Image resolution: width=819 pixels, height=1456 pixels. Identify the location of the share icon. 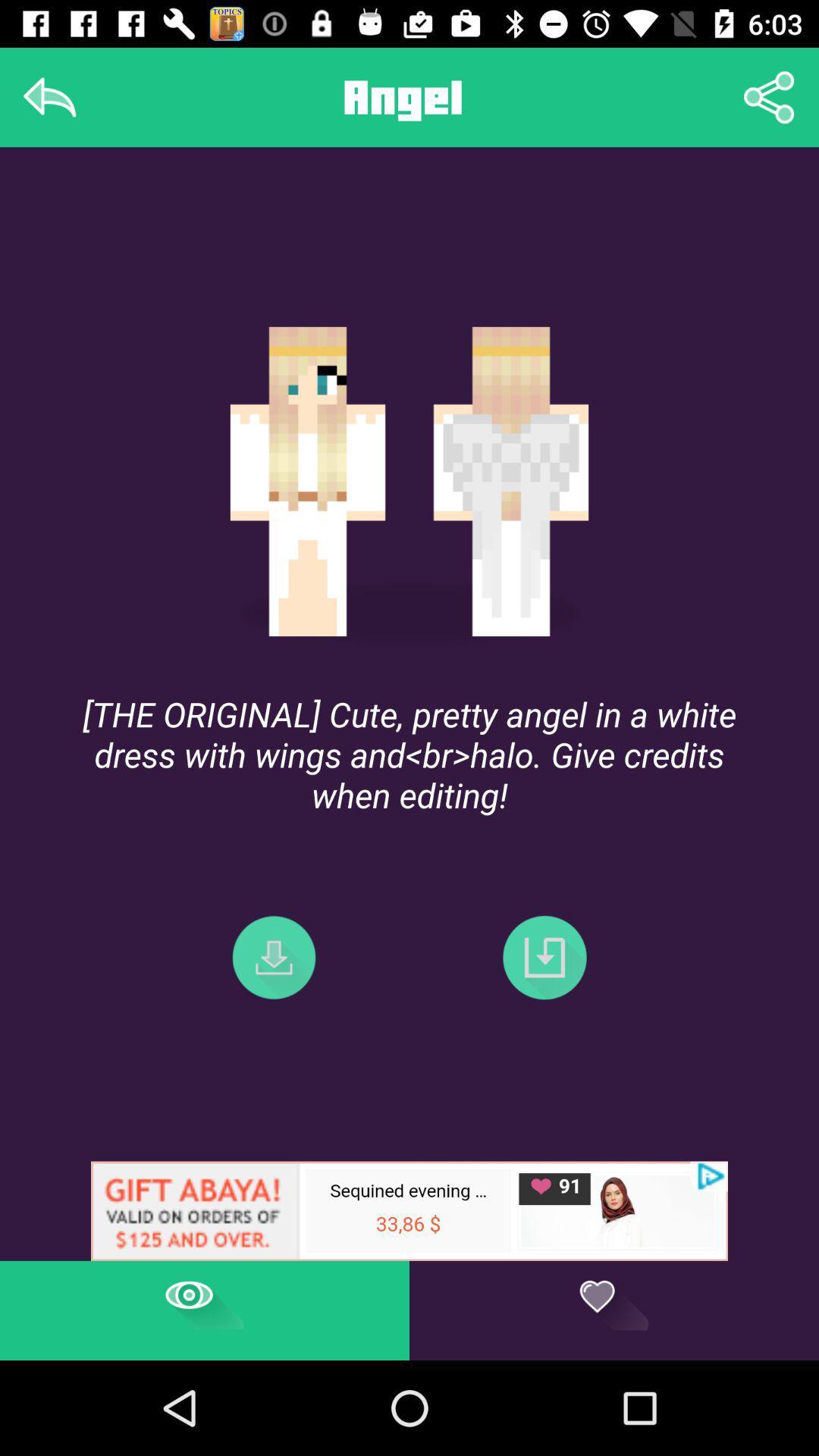
(769, 96).